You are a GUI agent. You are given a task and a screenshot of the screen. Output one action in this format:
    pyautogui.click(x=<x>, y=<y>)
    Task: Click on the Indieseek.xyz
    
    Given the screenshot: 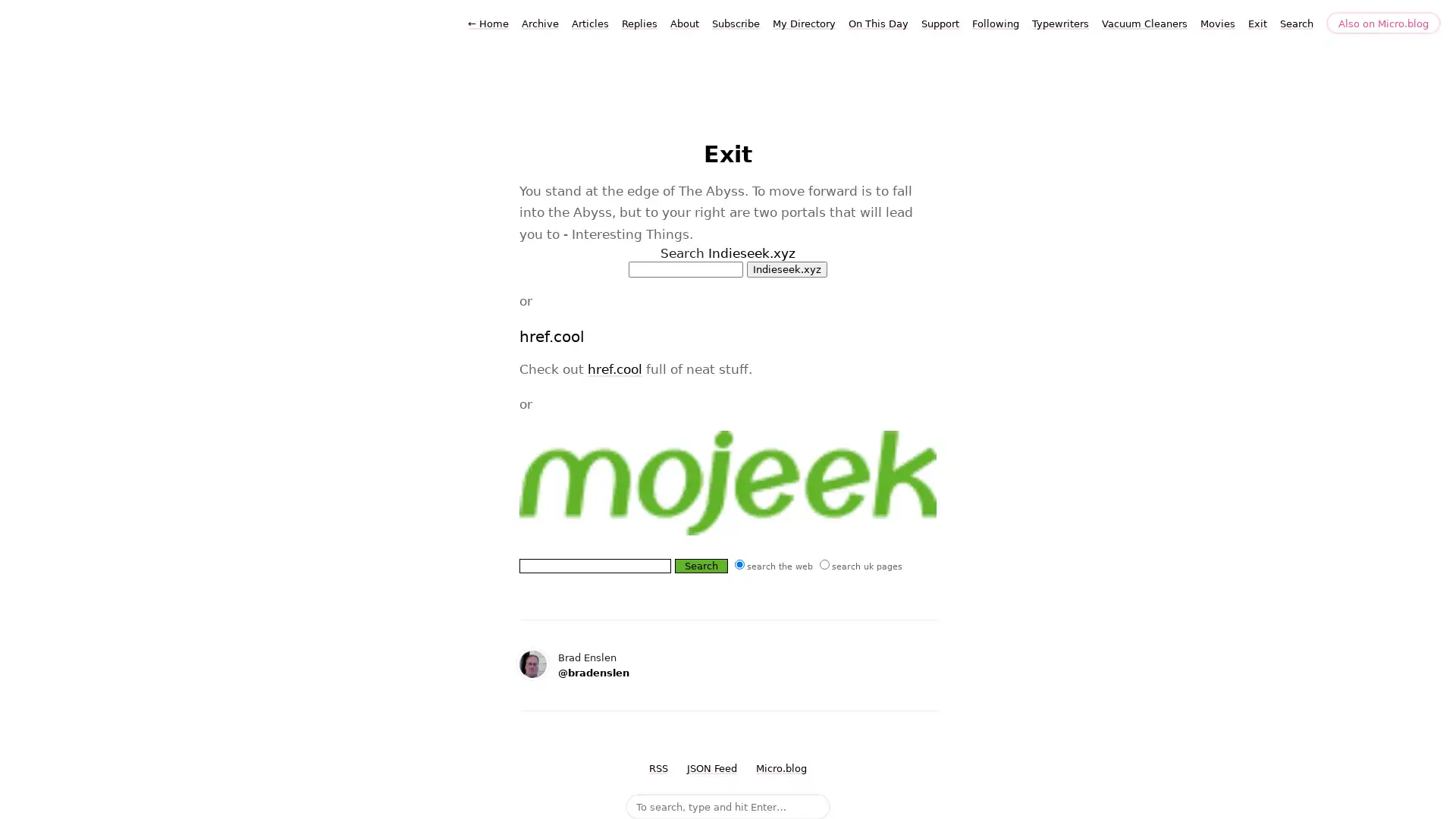 What is the action you would take?
    pyautogui.click(x=786, y=268)
    